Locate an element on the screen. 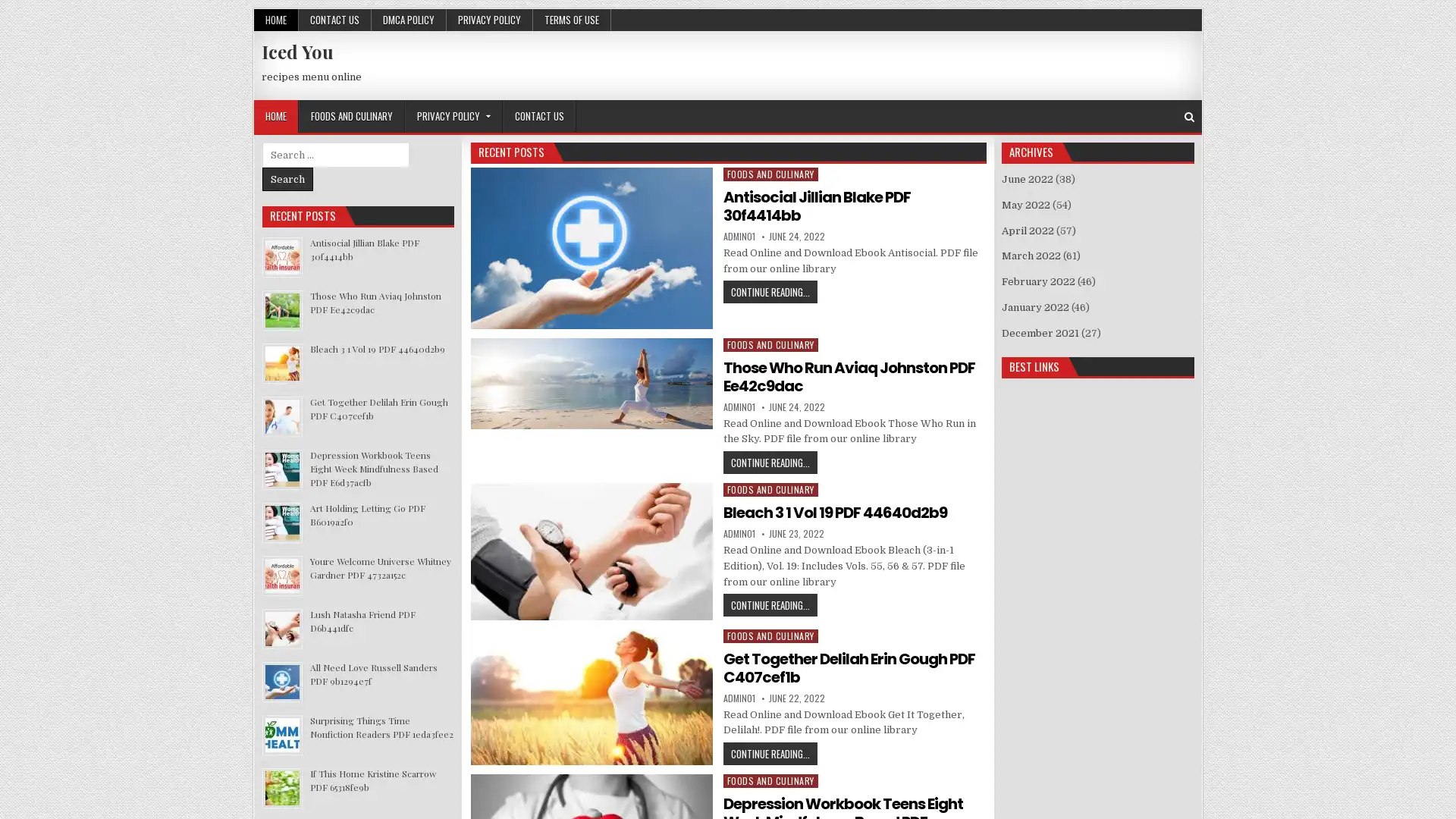  Search is located at coordinates (287, 178).